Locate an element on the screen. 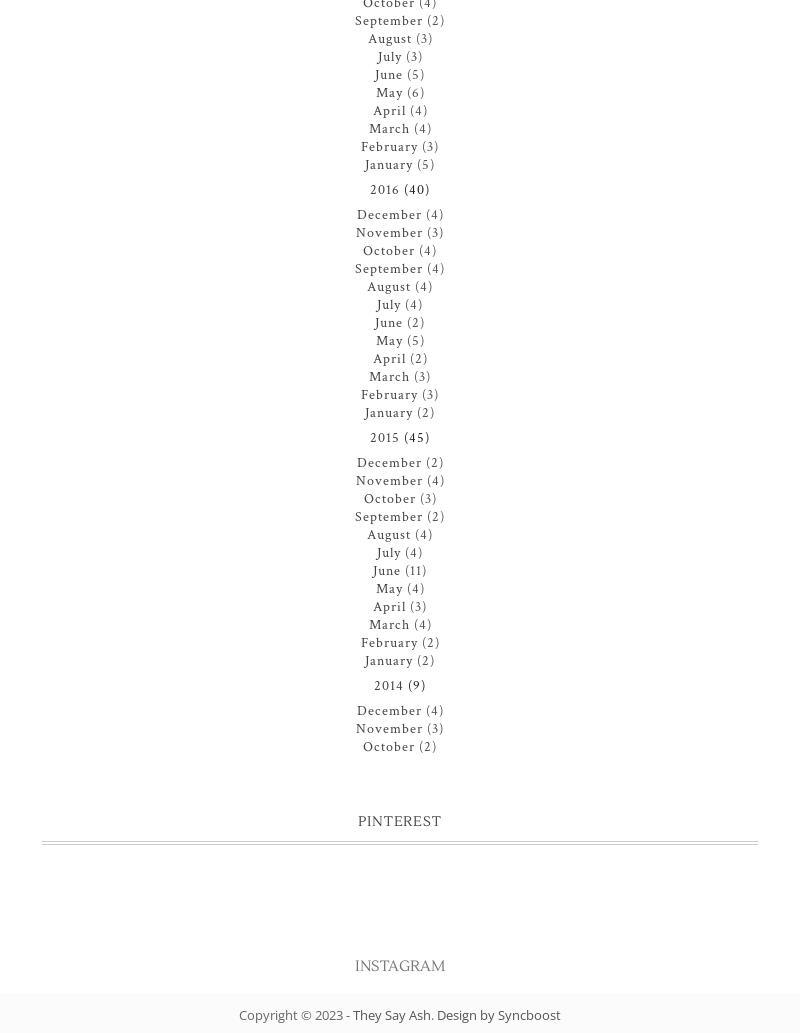 This screenshot has width=800, height=1033. '(6)' is located at coordinates (415, 92).